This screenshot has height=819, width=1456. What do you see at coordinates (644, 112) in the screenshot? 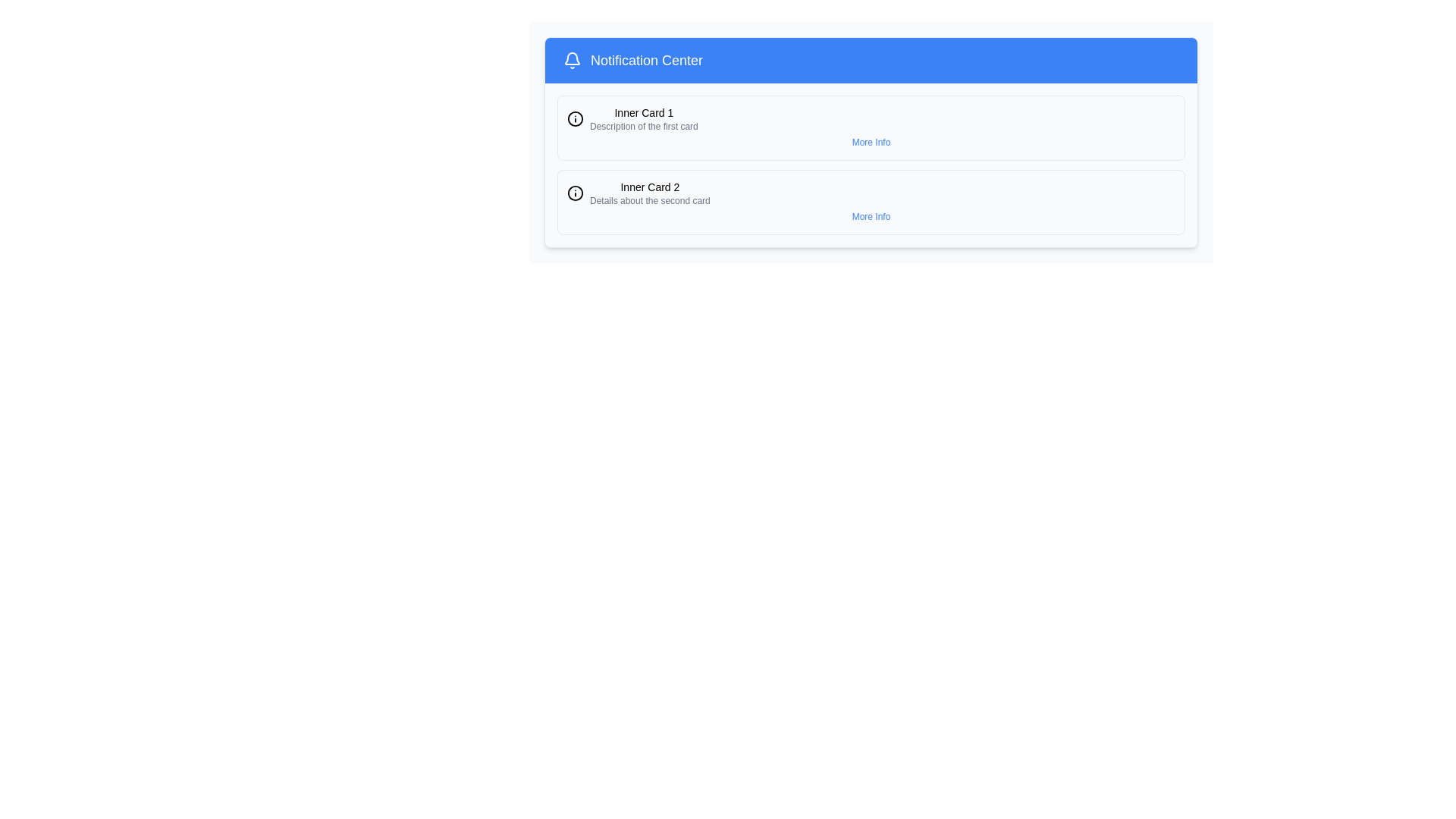
I see `the title text label of the first notification card, which is located in the upper part of the card, right below the section's title and icon` at bounding box center [644, 112].